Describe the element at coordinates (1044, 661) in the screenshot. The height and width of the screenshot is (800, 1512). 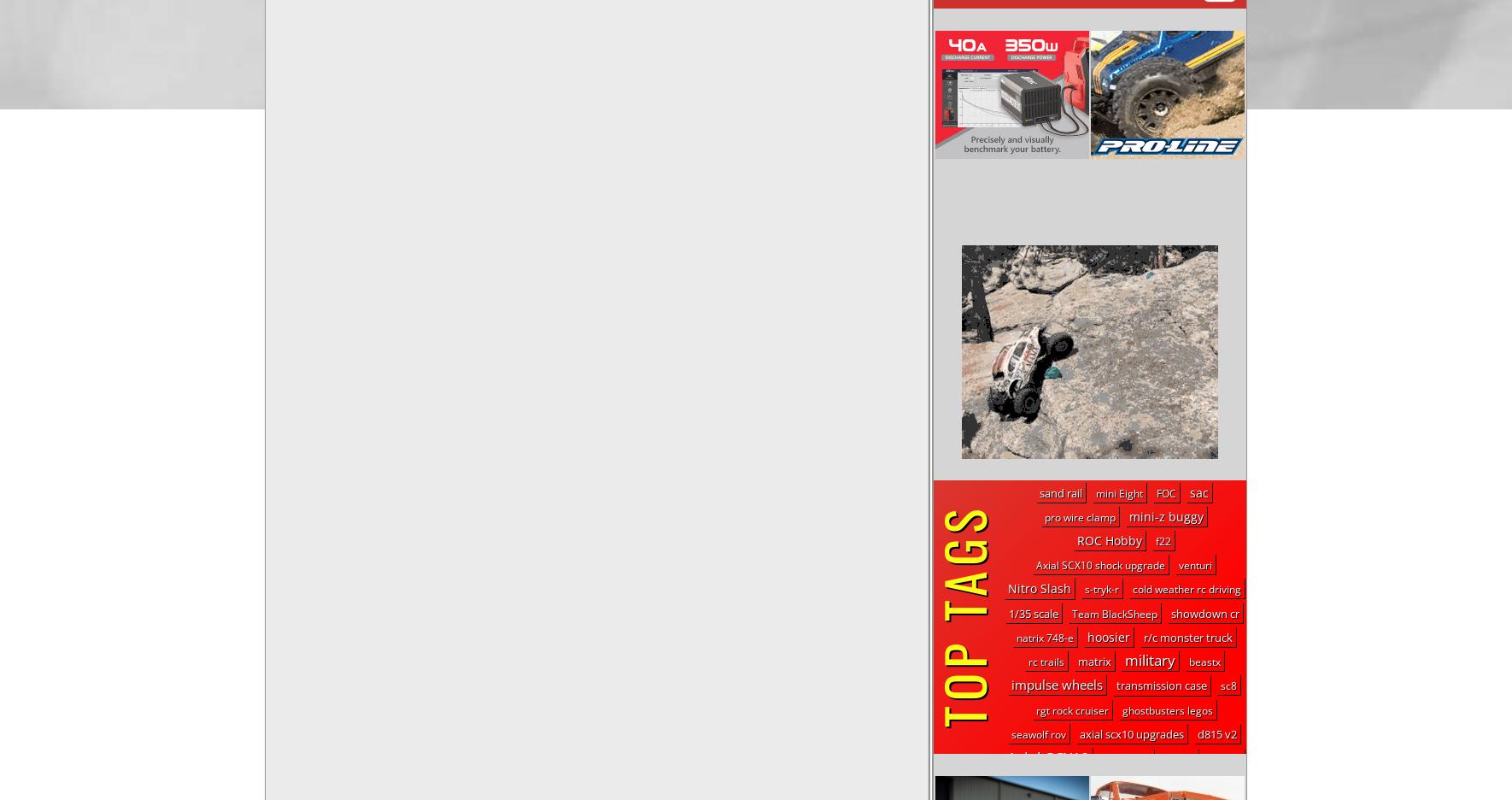
I see `'rc trails'` at that location.